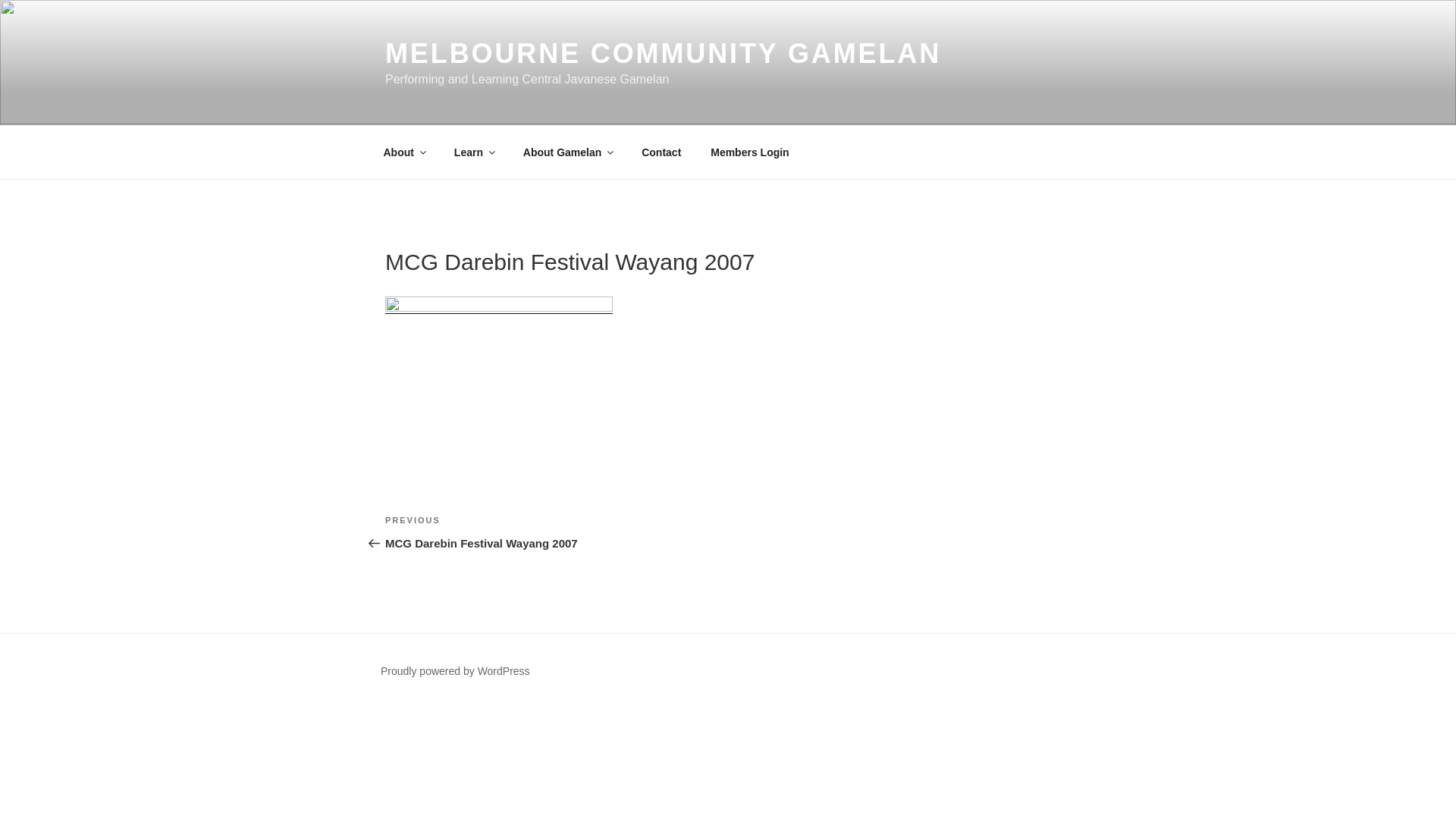  I want to click on 'Learn', so click(472, 152).